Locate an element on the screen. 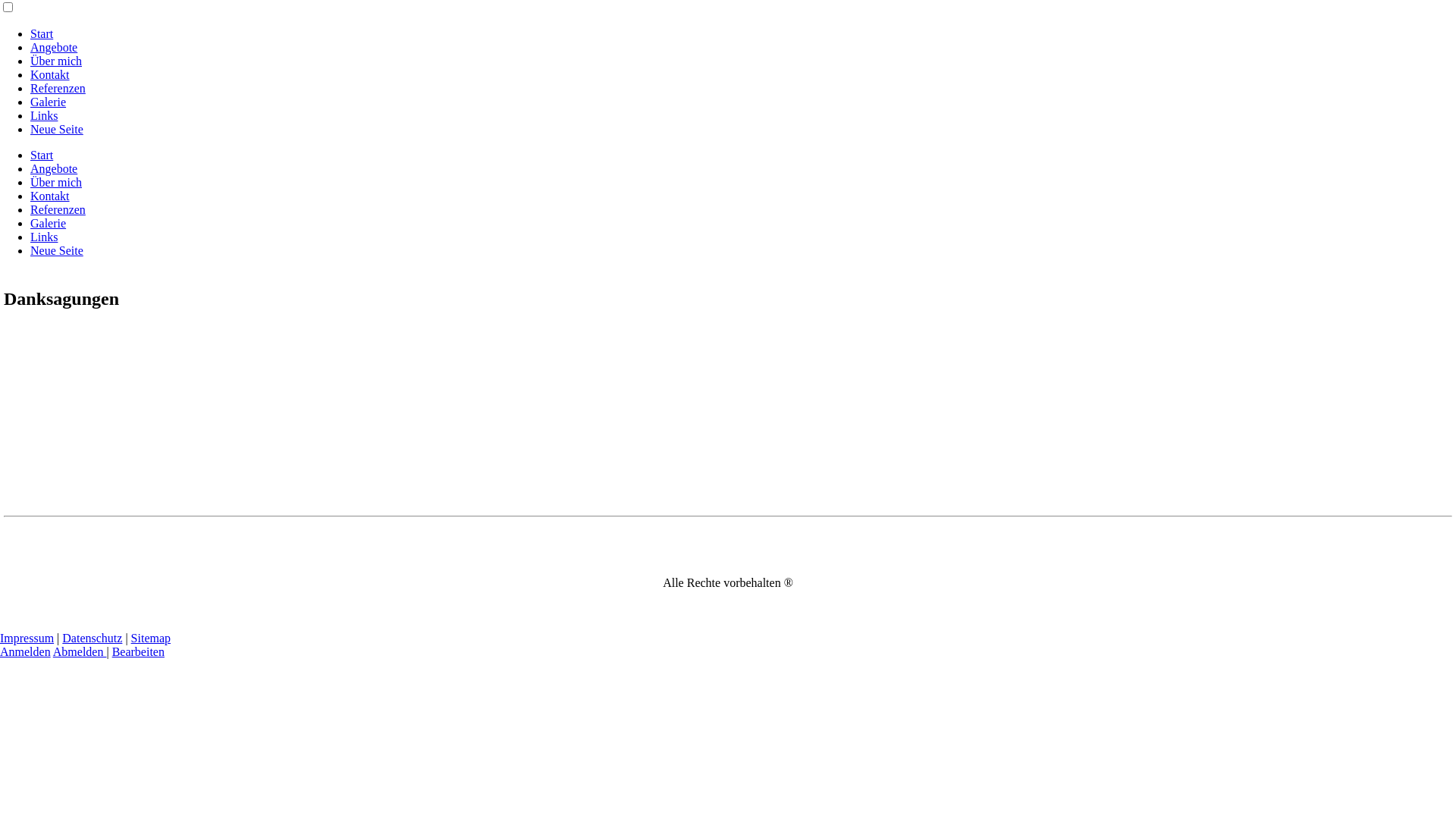 The height and width of the screenshot is (819, 1456). 'Angebote' is located at coordinates (54, 168).